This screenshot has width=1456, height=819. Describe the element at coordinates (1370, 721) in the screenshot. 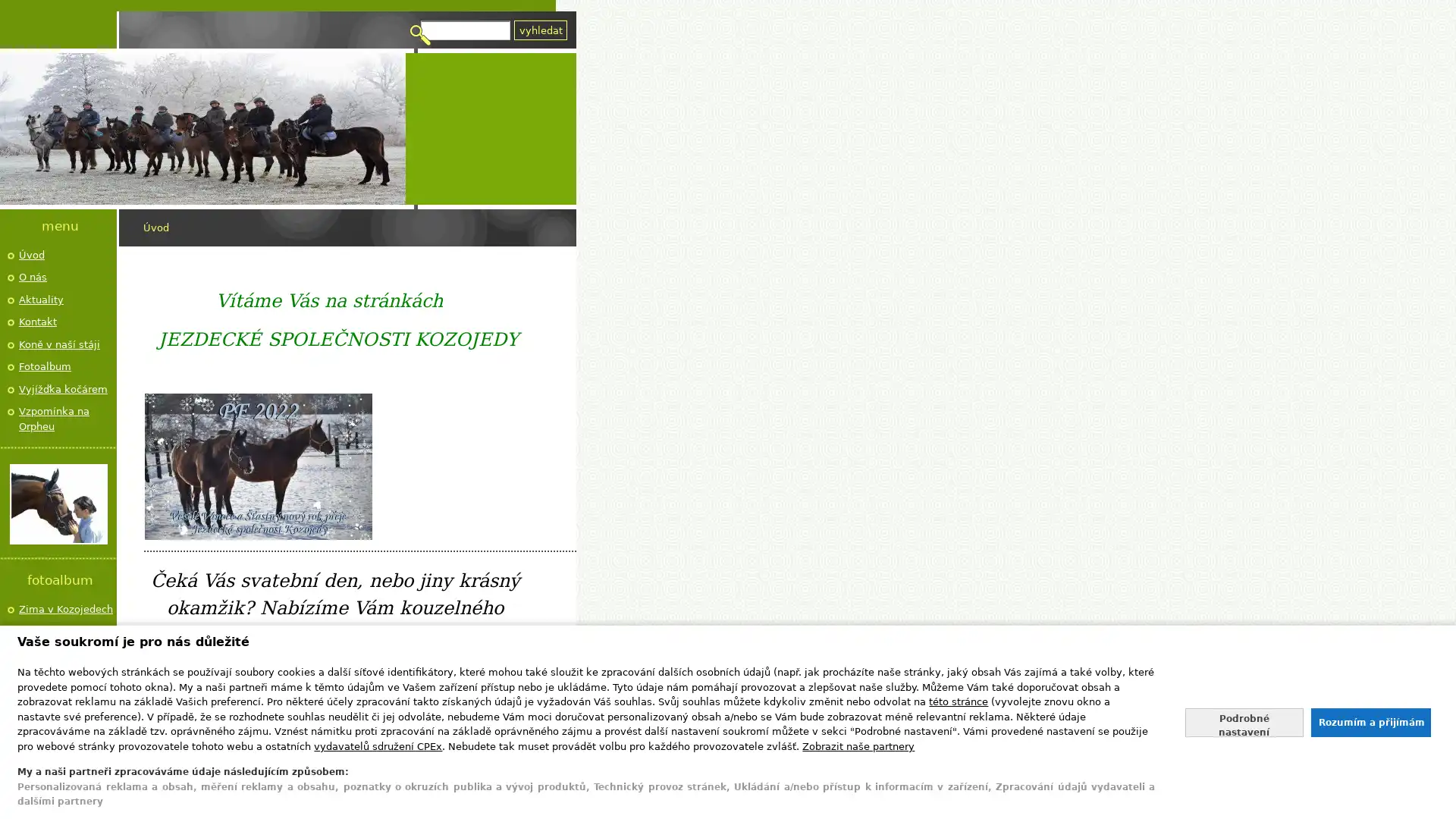

I see `Souhlasit s nasim zpracovanim udaju a zavrit` at that location.